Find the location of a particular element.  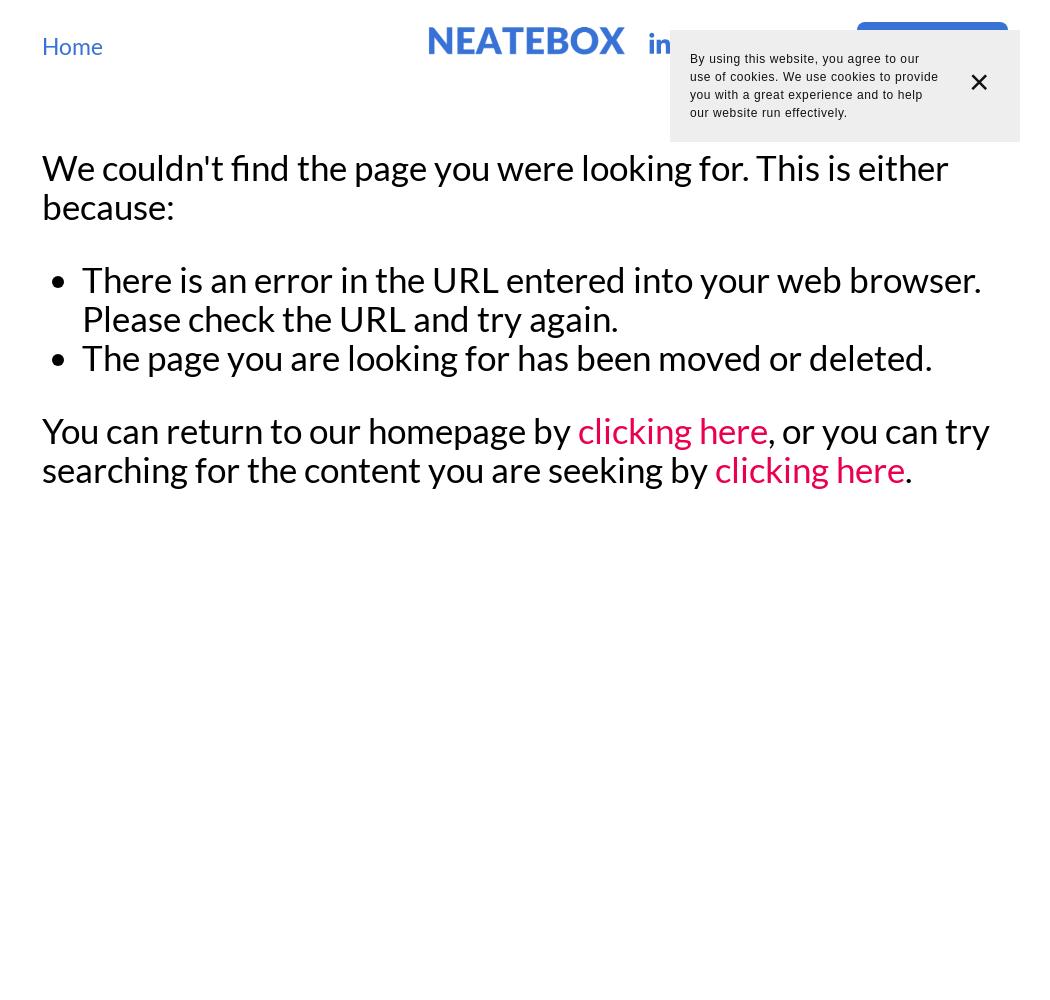

'By using this website, you agree to our use of cookies. We use cookies to provide you with a great experience and to help our website run effectively.' is located at coordinates (812, 85).